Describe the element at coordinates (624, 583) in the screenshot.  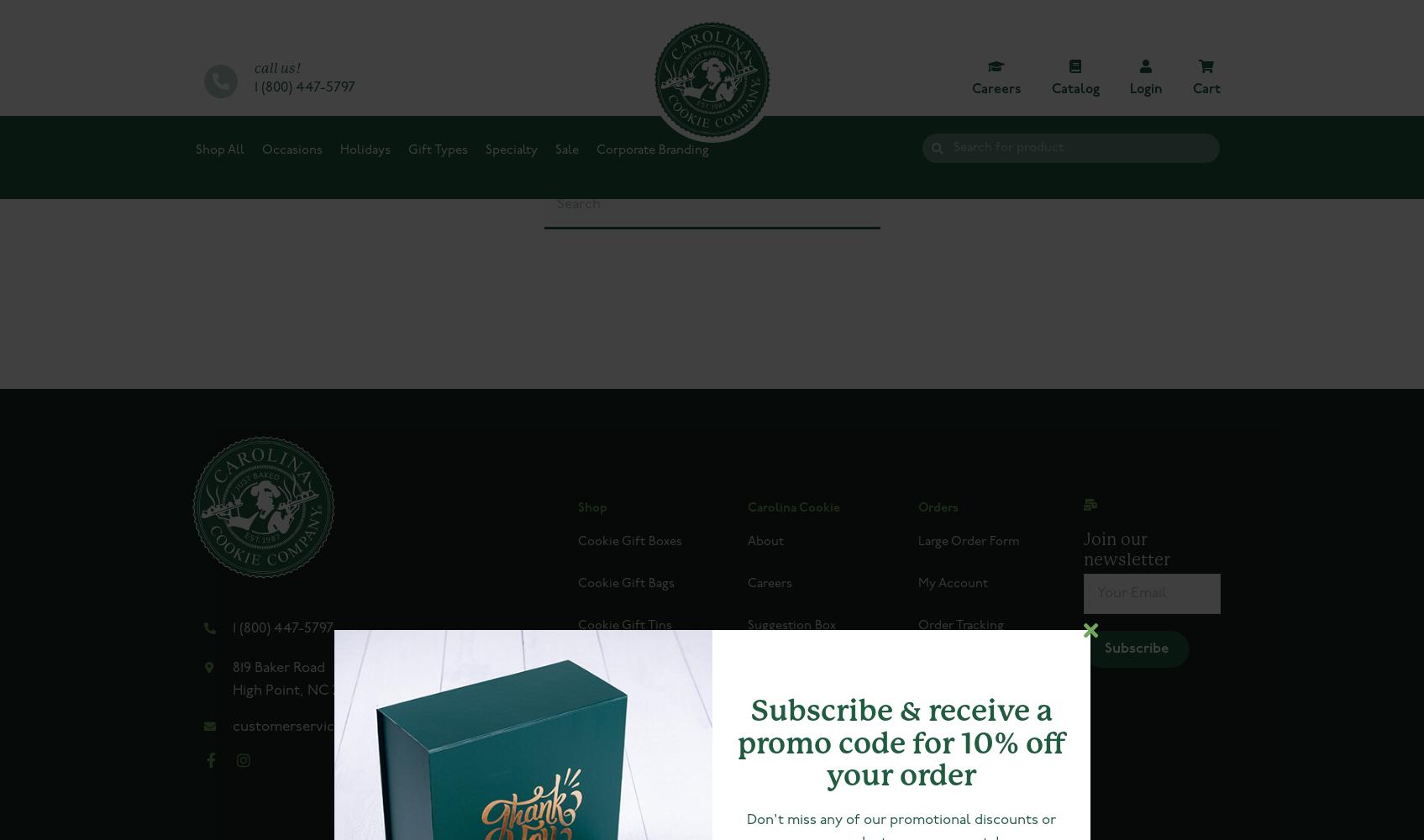
I see `'Cookie Gift Bags'` at that location.